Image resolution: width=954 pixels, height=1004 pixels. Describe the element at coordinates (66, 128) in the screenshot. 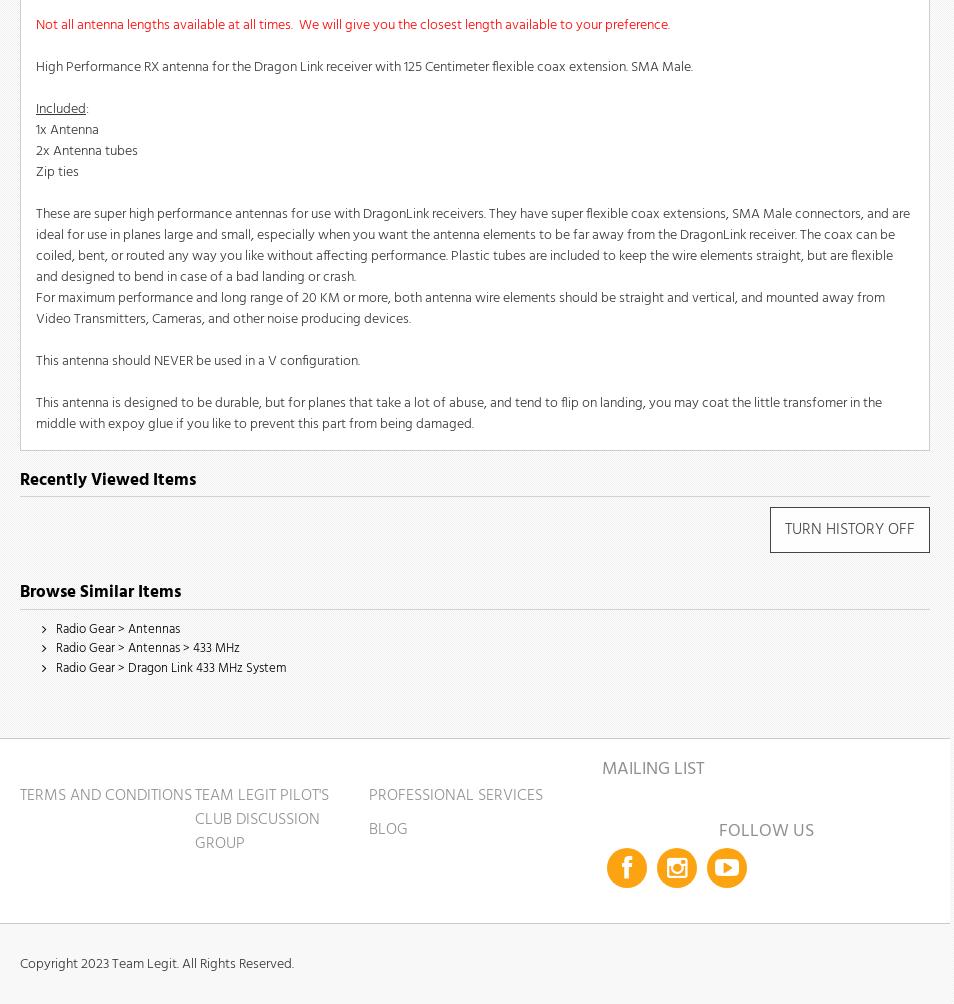

I see `'1x Antenna'` at that location.